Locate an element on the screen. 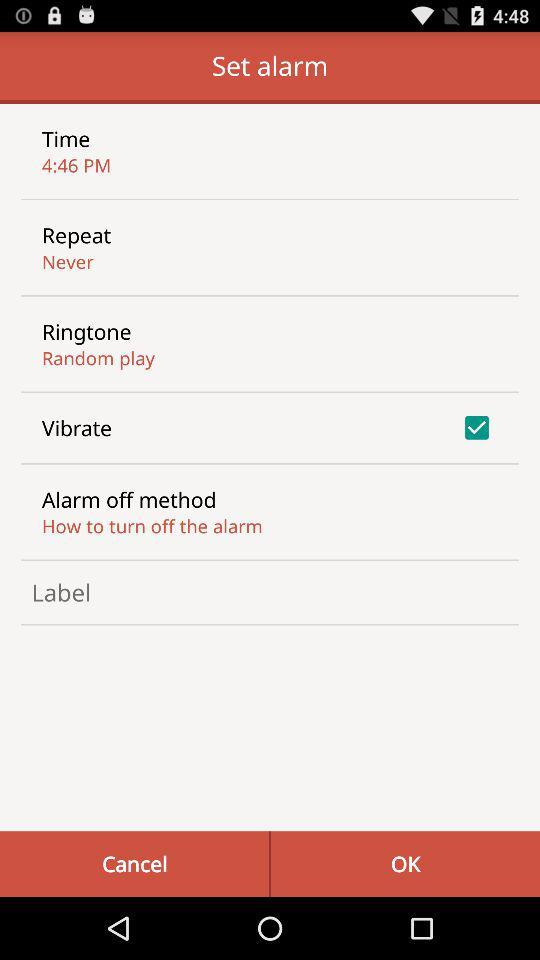 Image resolution: width=540 pixels, height=960 pixels. how to turn icon is located at coordinates (151, 525).